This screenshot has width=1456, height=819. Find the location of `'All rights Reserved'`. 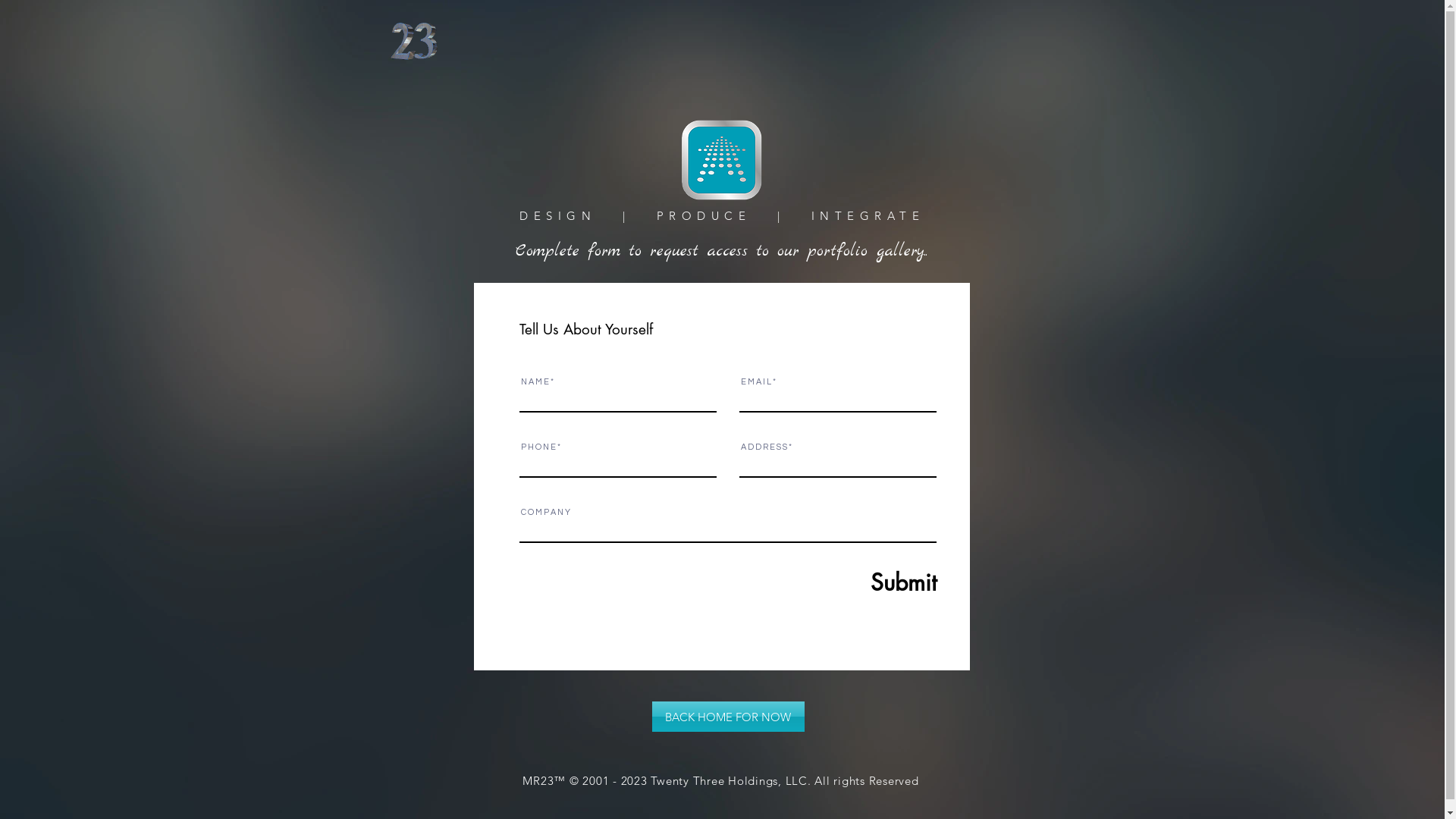

'All rights Reserved' is located at coordinates (866, 780).